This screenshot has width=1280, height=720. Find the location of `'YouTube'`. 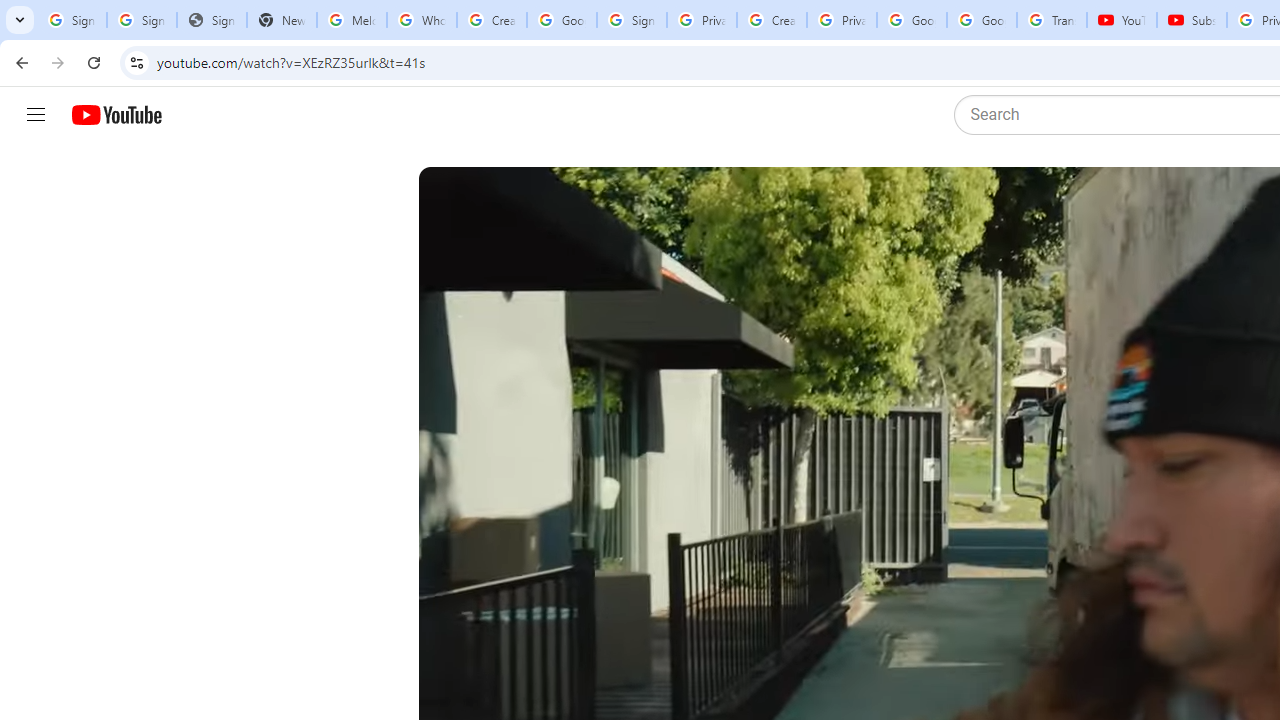

'YouTube' is located at coordinates (1121, 20).